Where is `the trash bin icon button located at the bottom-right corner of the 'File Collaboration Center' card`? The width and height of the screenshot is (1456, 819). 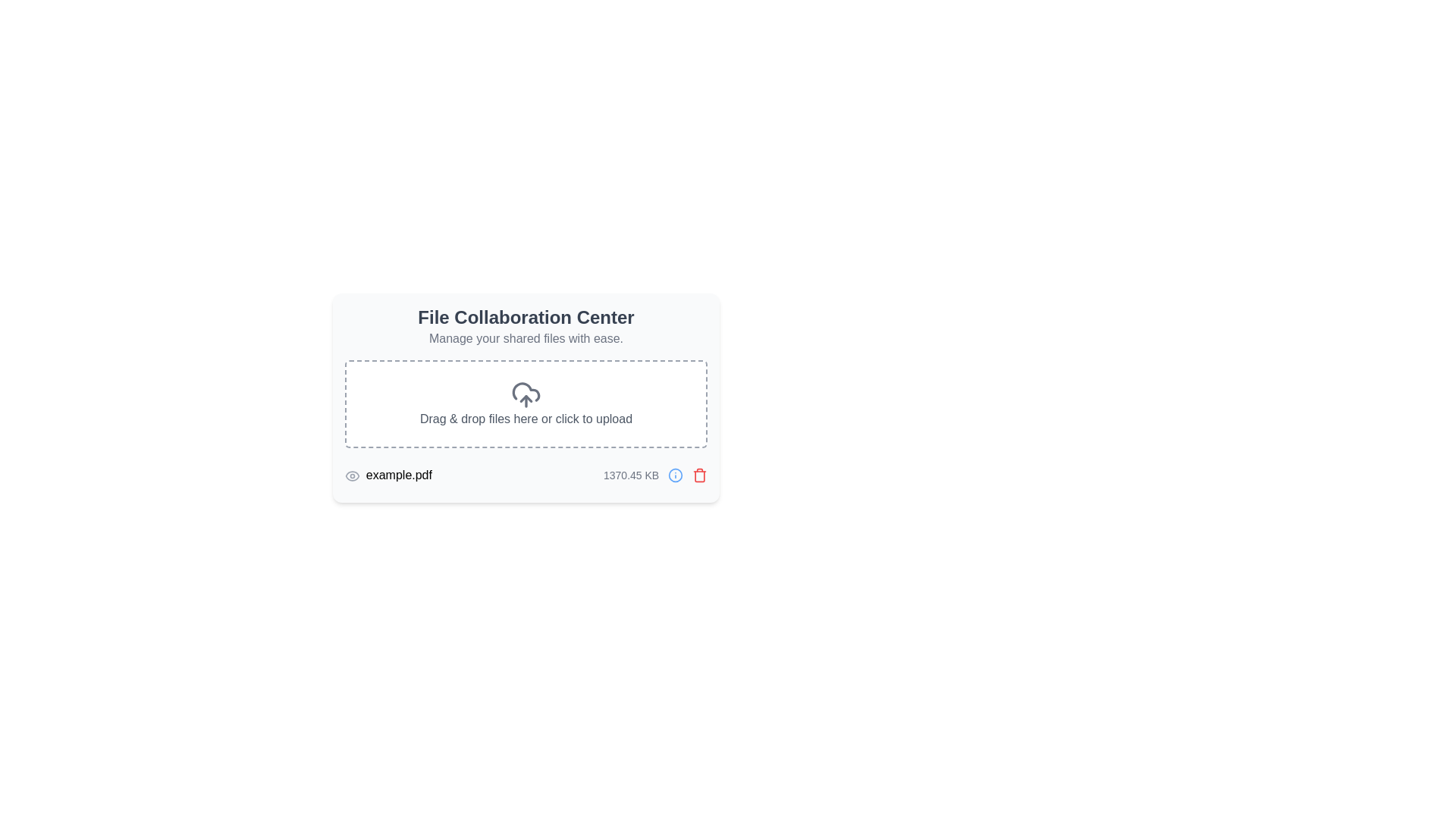
the trash bin icon button located at the bottom-right corner of the 'File Collaboration Center' card is located at coordinates (699, 475).